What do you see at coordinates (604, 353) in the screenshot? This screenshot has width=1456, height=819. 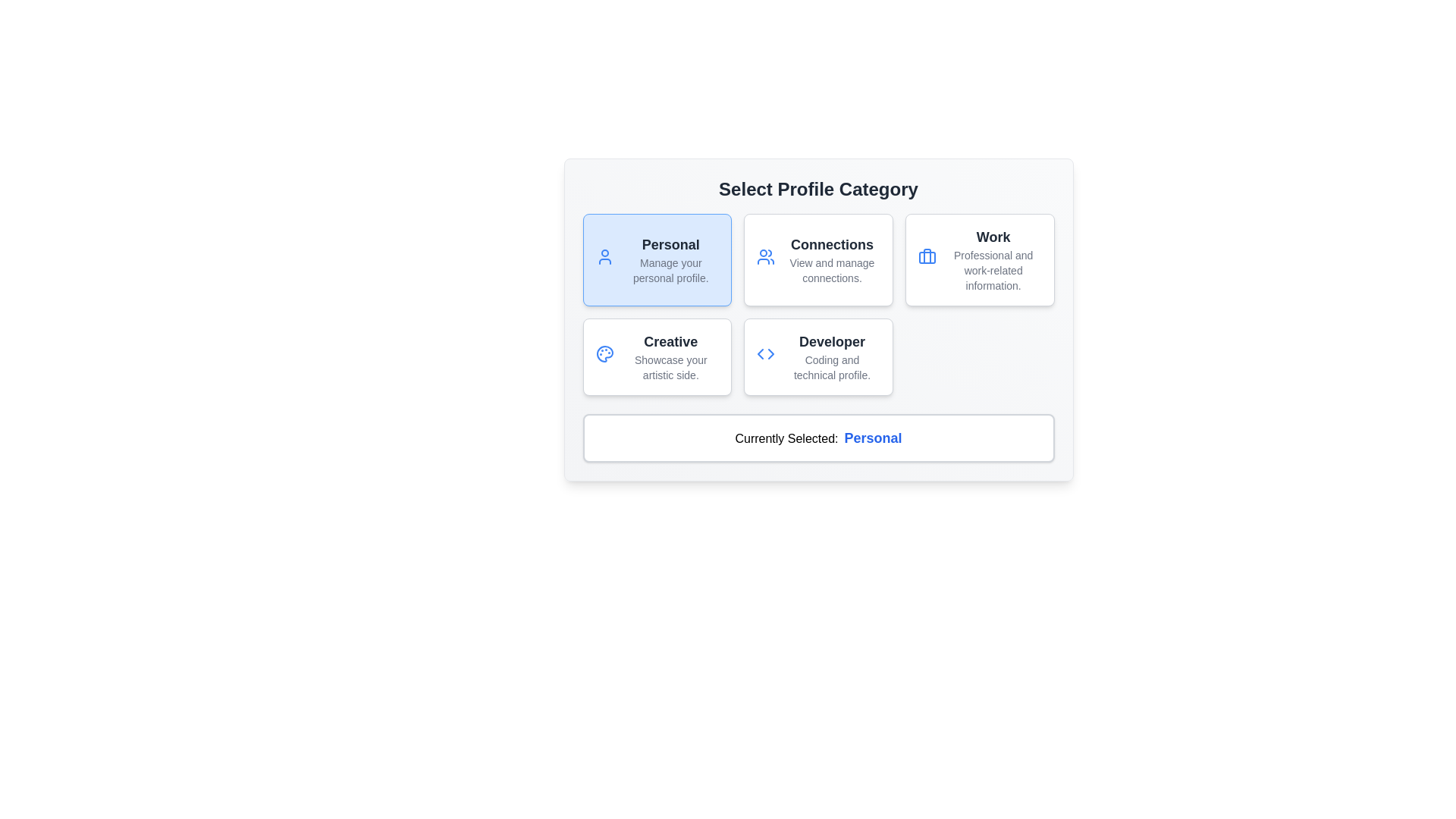 I see `the 'Creative' icon located in the bottom-left corner of the profile category options` at bounding box center [604, 353].